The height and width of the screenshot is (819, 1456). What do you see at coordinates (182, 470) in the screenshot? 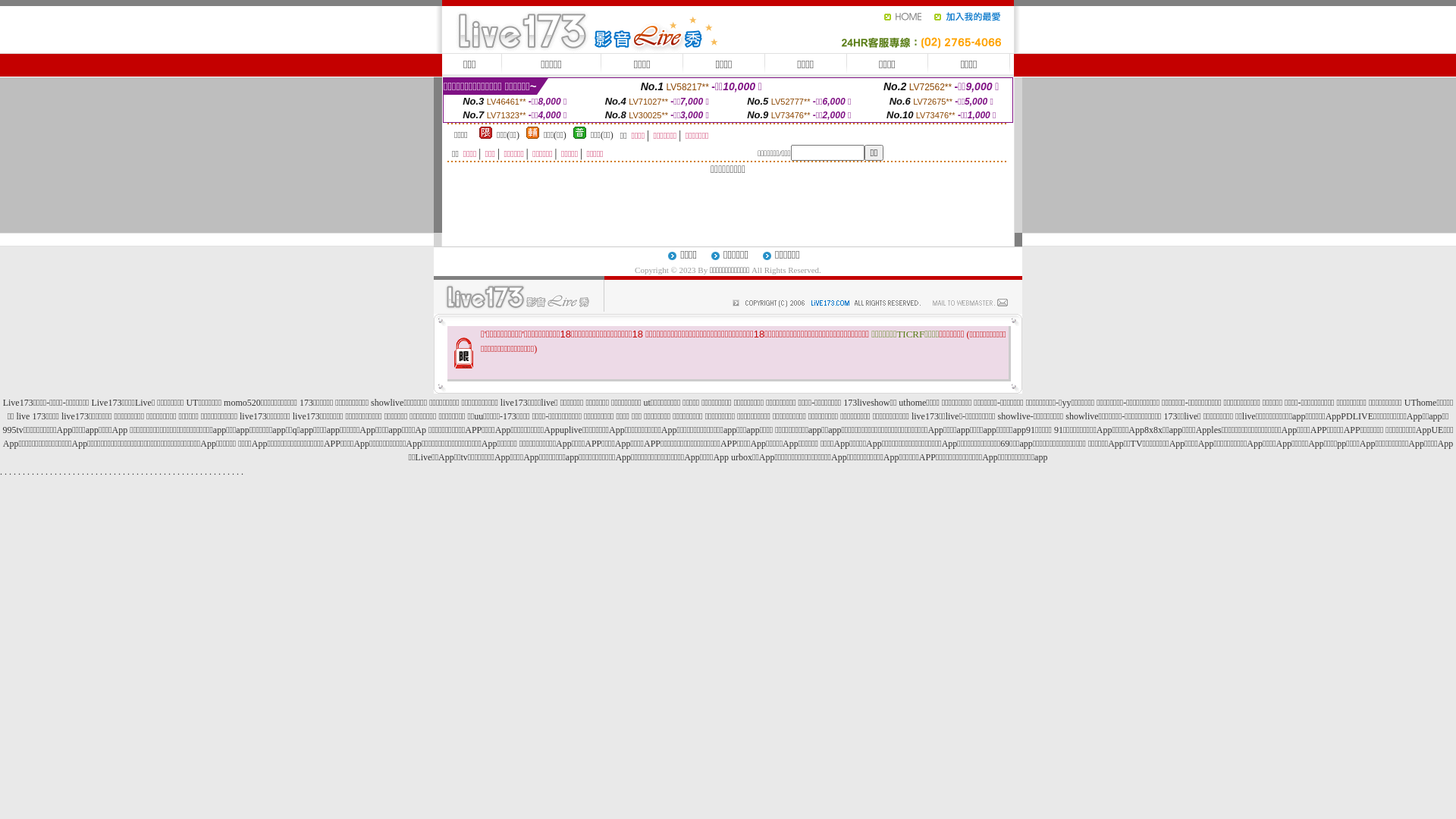
I see `'.'` at bounding box center [182, 470].